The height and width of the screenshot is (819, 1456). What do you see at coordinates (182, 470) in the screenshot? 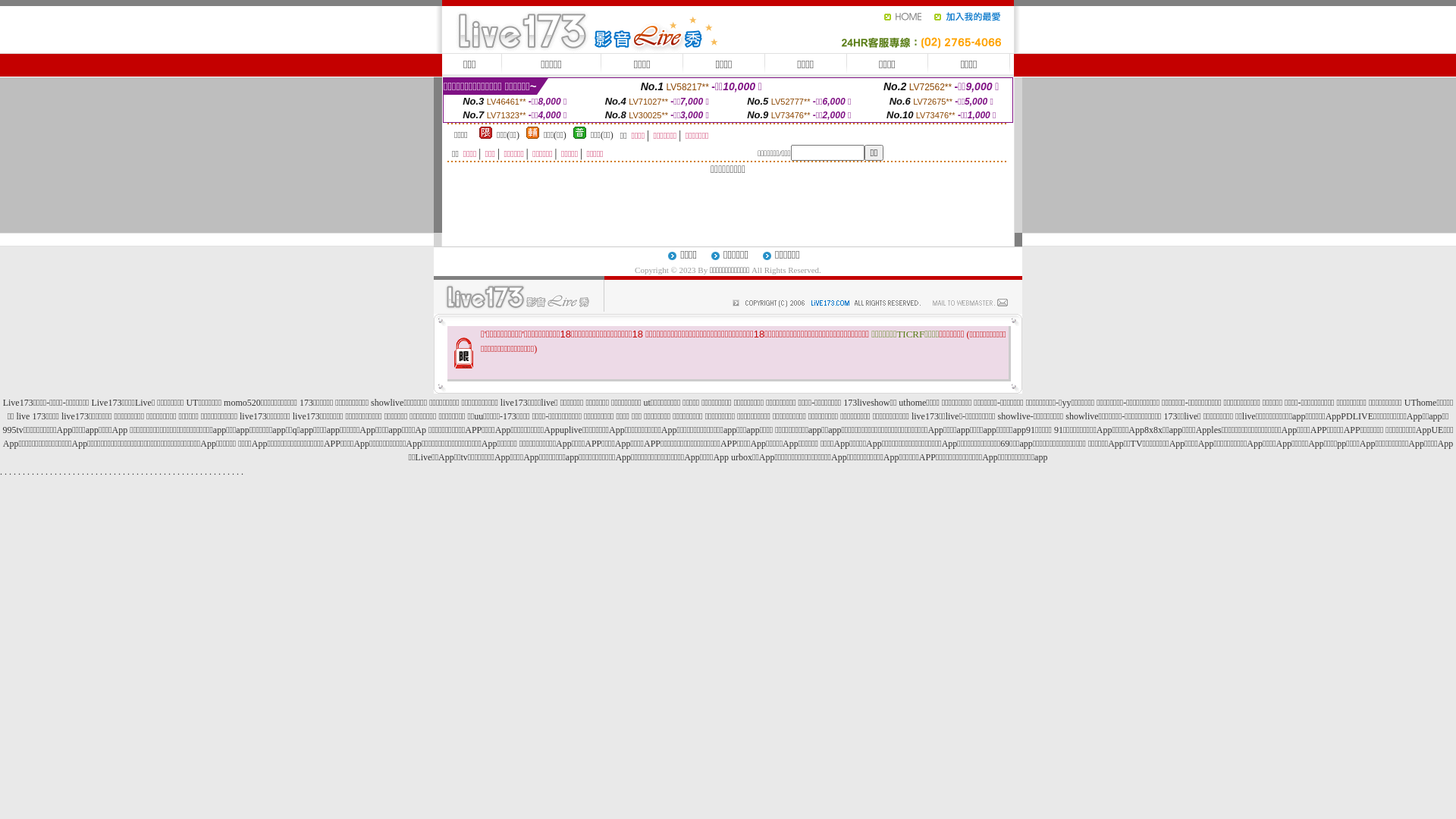
I see `'.'` at bounding box center [182, 470].